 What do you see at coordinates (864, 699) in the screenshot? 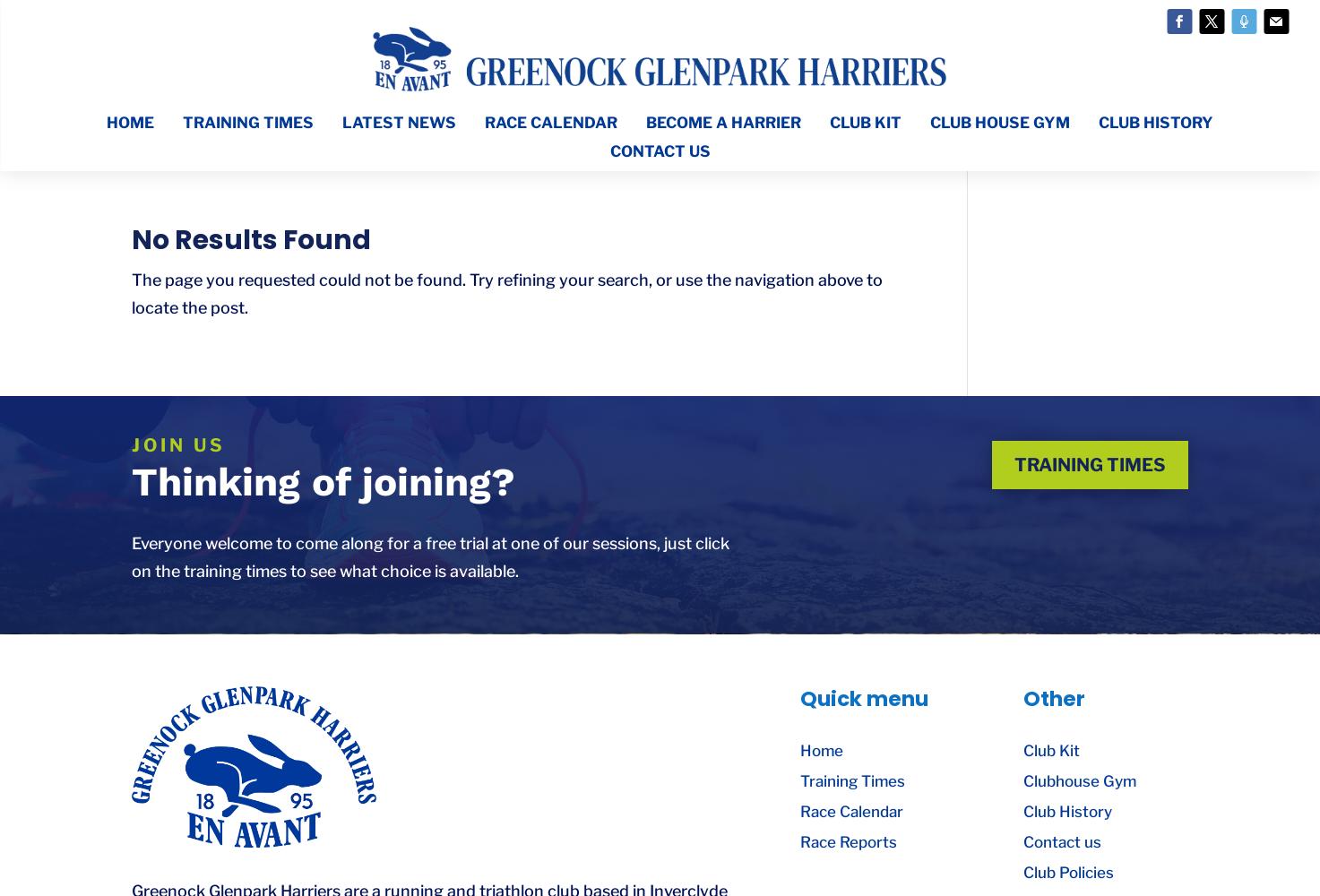
I see `'Quick menu'` at bounding box center [864, 699].